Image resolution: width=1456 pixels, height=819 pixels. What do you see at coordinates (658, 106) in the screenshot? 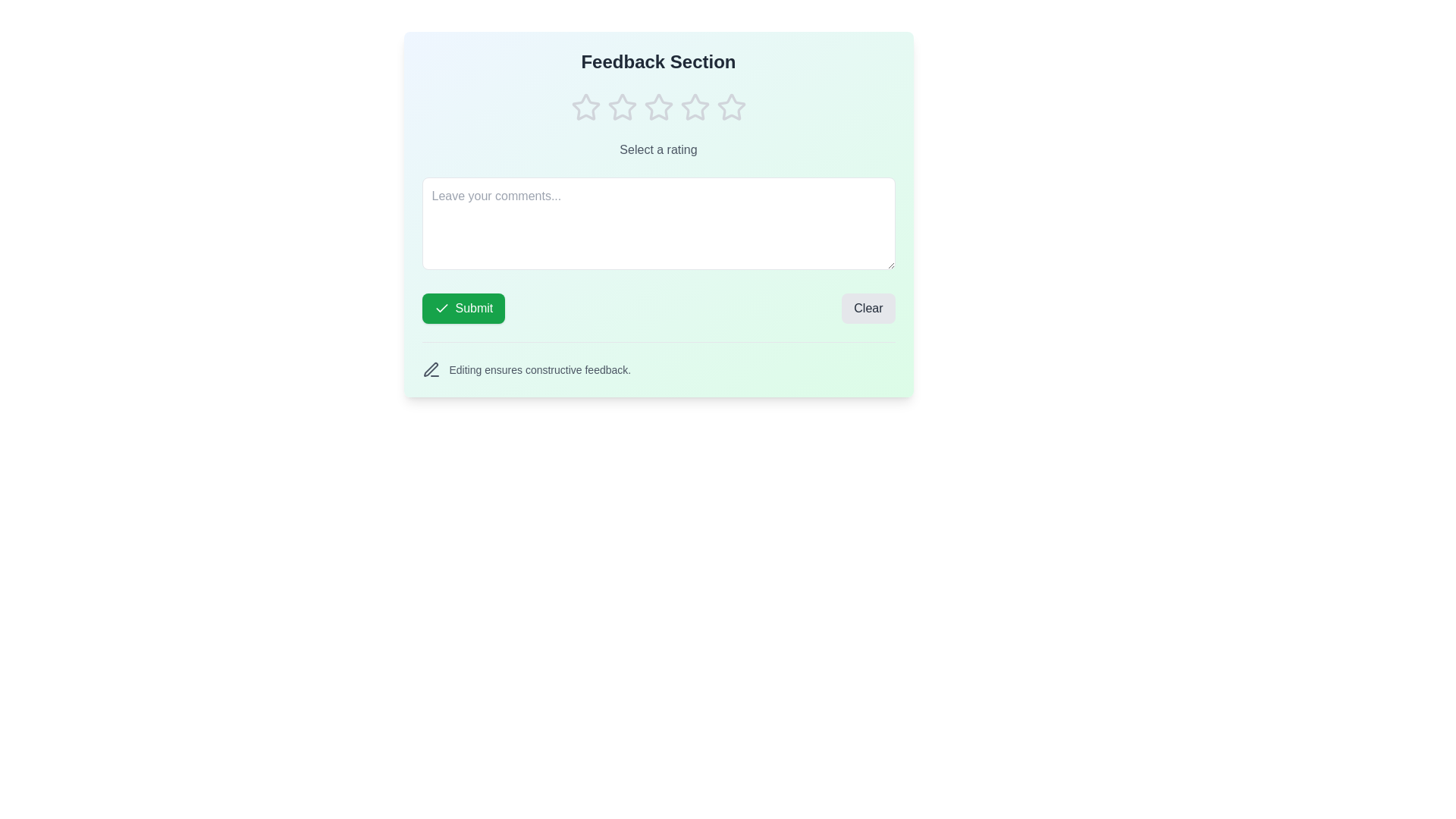
I see `the second star-shaped rating icon with a gray outline` at bounding box center [658, 106].